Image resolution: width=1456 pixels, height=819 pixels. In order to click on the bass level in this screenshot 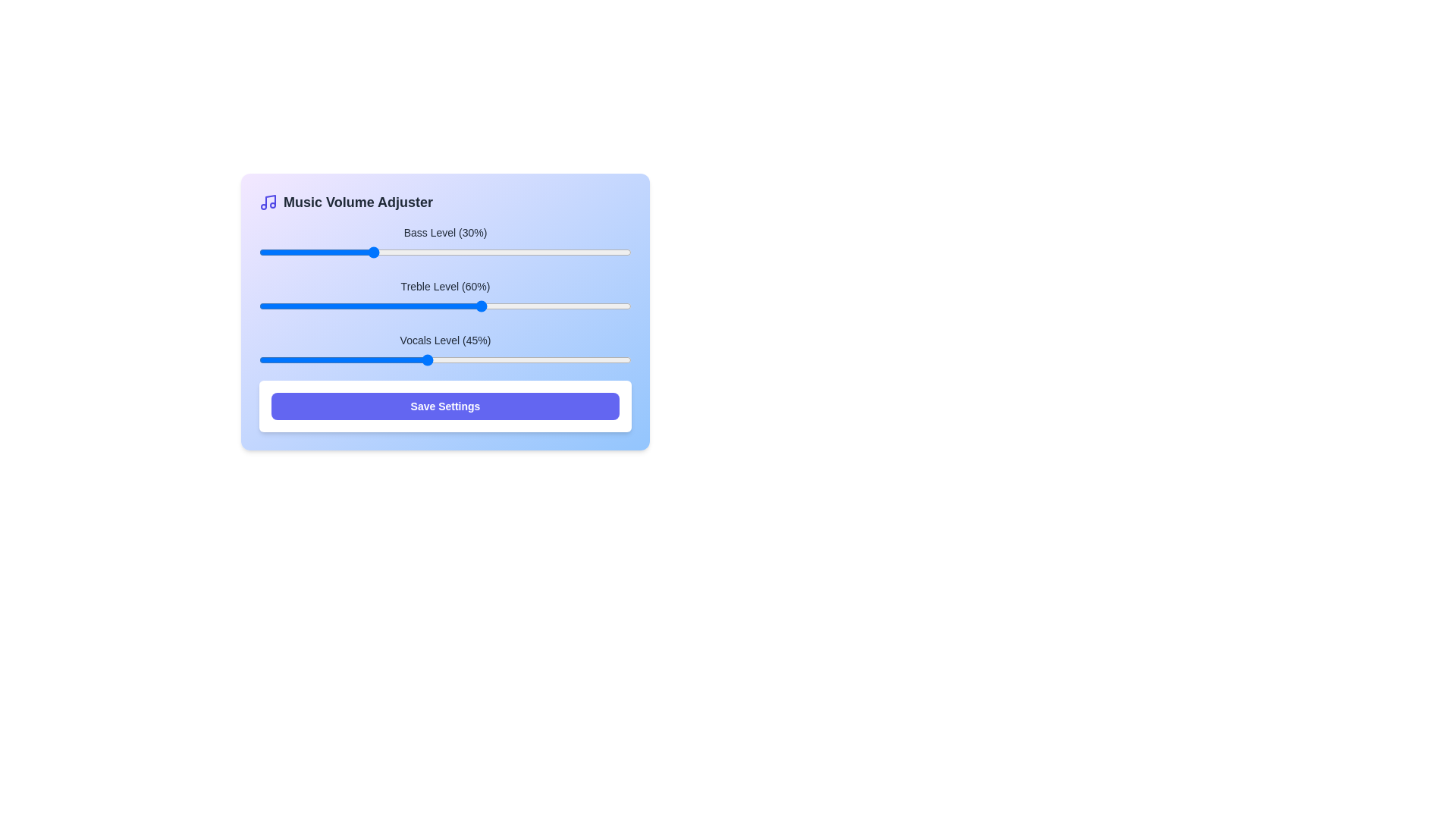, I will do `click(560, 251)`.